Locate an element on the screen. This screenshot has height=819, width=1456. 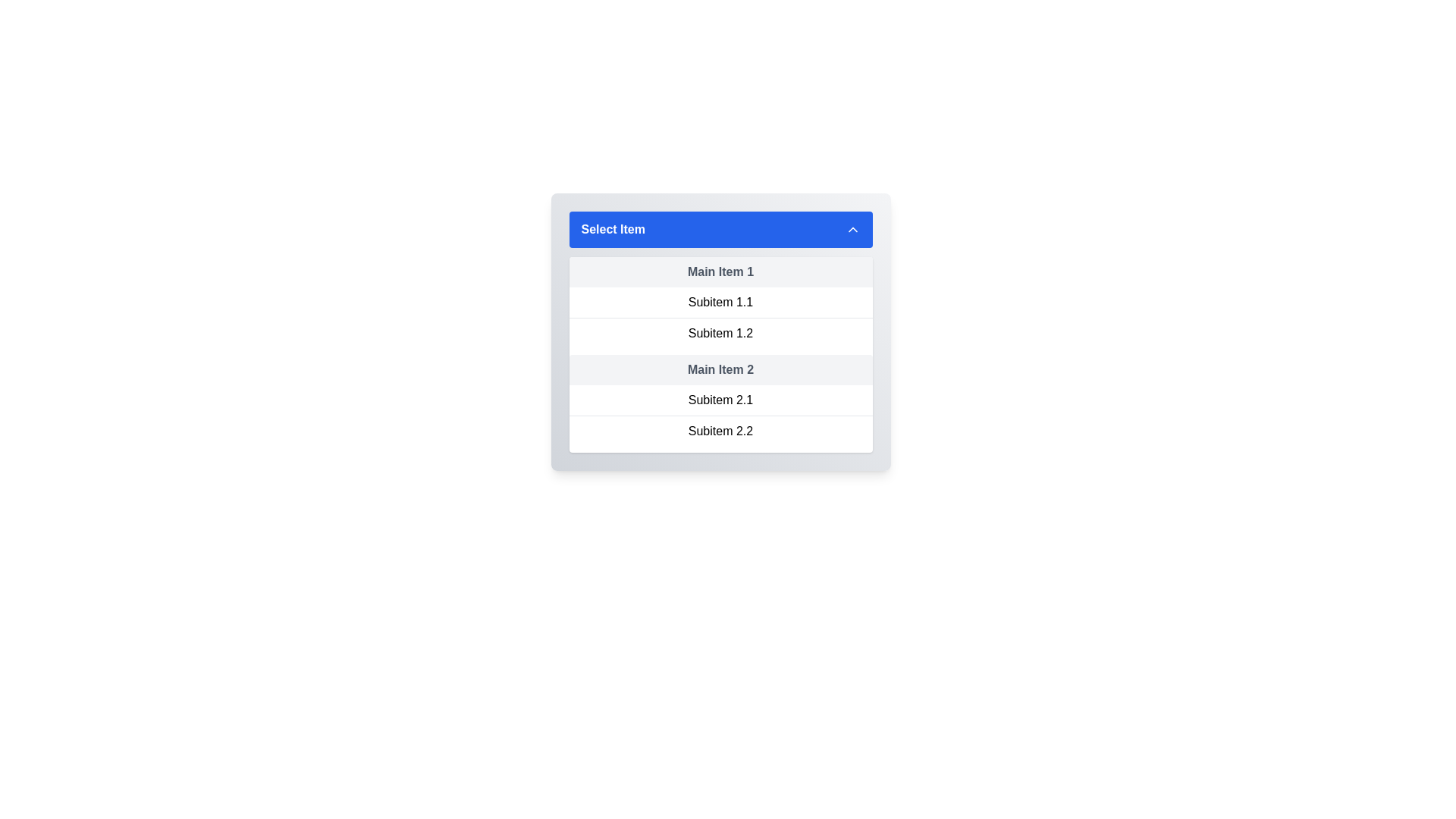
to select the text-based list item labeled 'Subitem 1.2' in the dropdown menu under 'Main Item 1' is located at coordinates (720, 332).